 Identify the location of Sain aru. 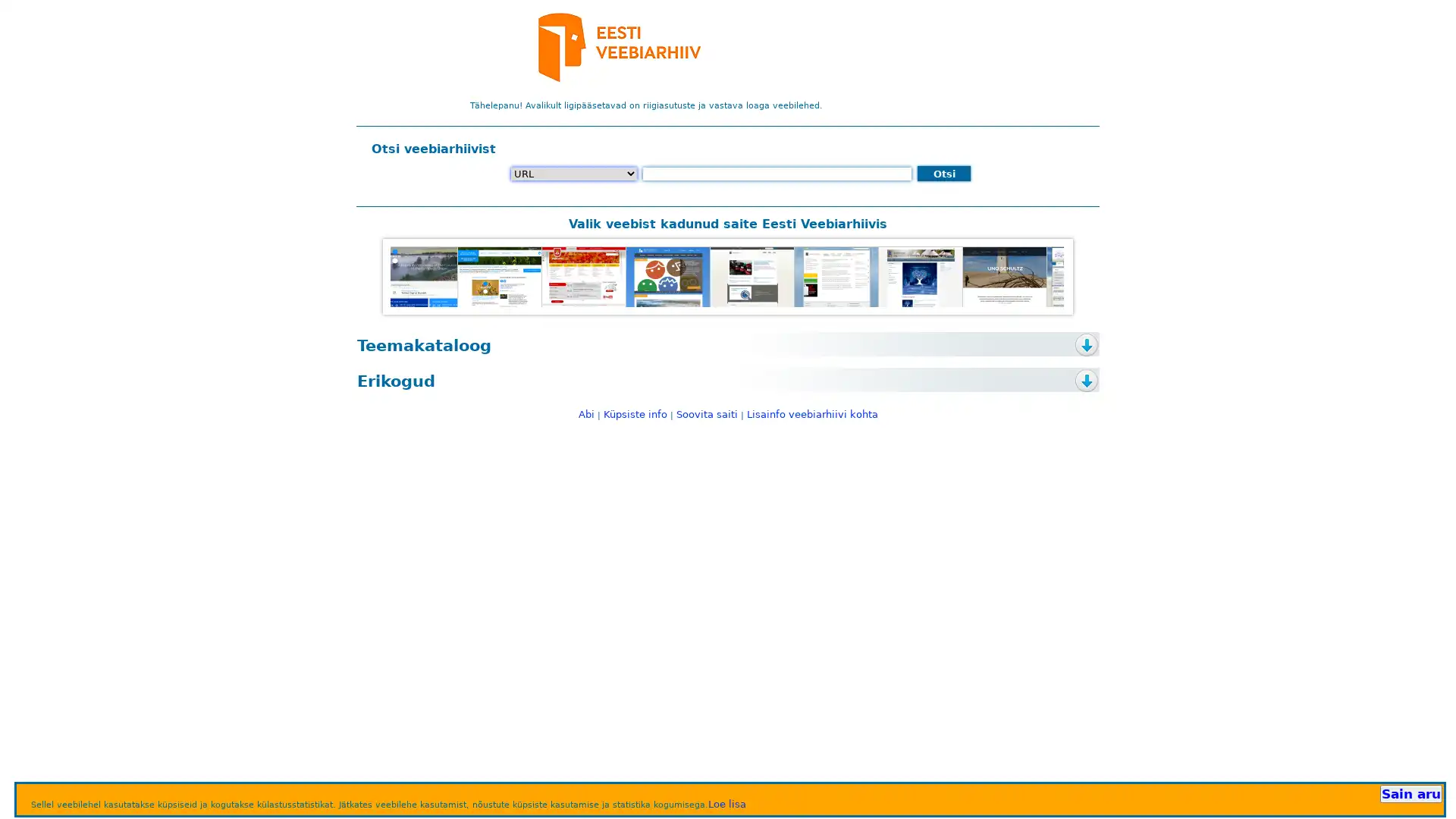
(1410, 792).